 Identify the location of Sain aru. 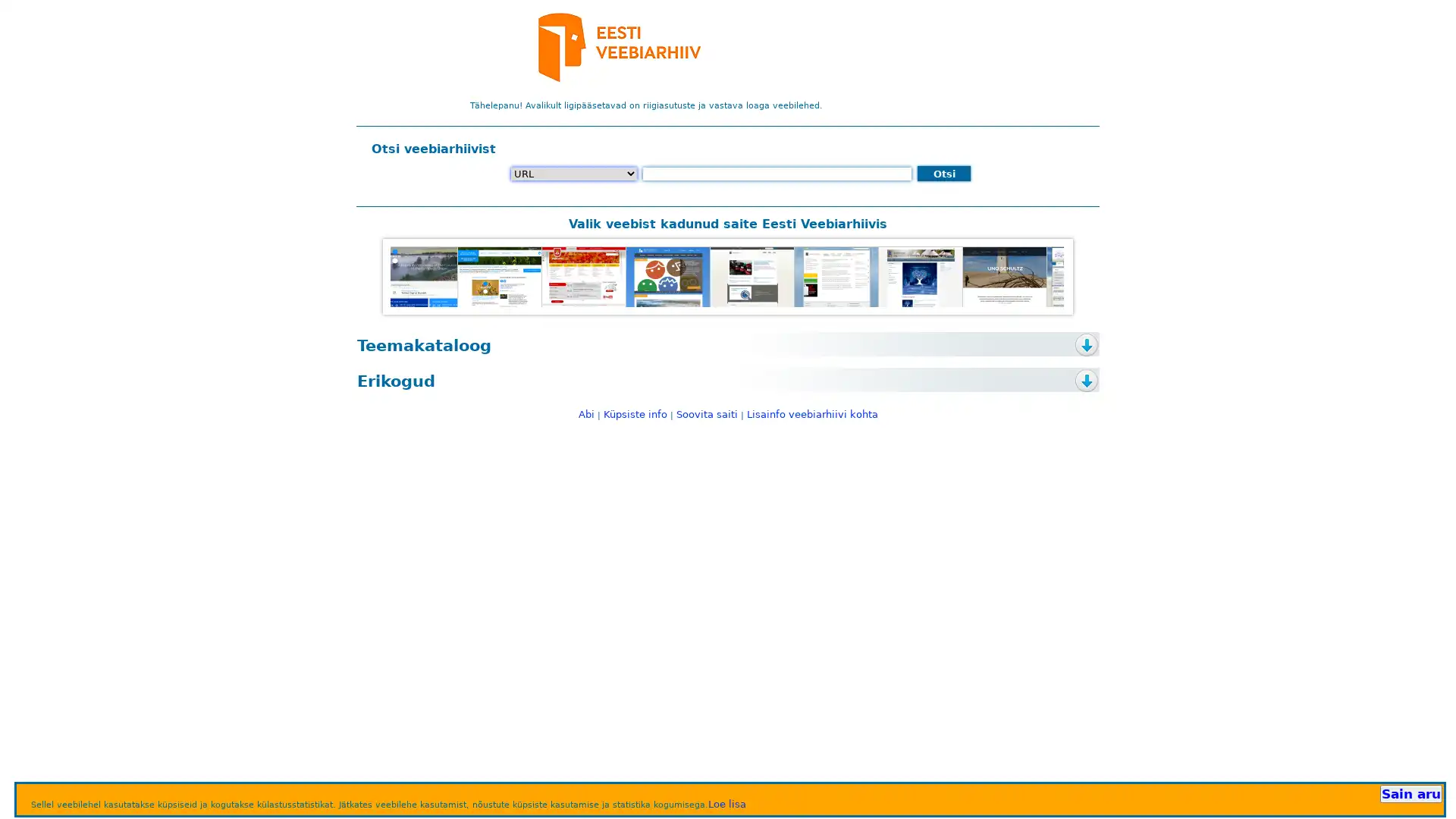
(1410, 792).